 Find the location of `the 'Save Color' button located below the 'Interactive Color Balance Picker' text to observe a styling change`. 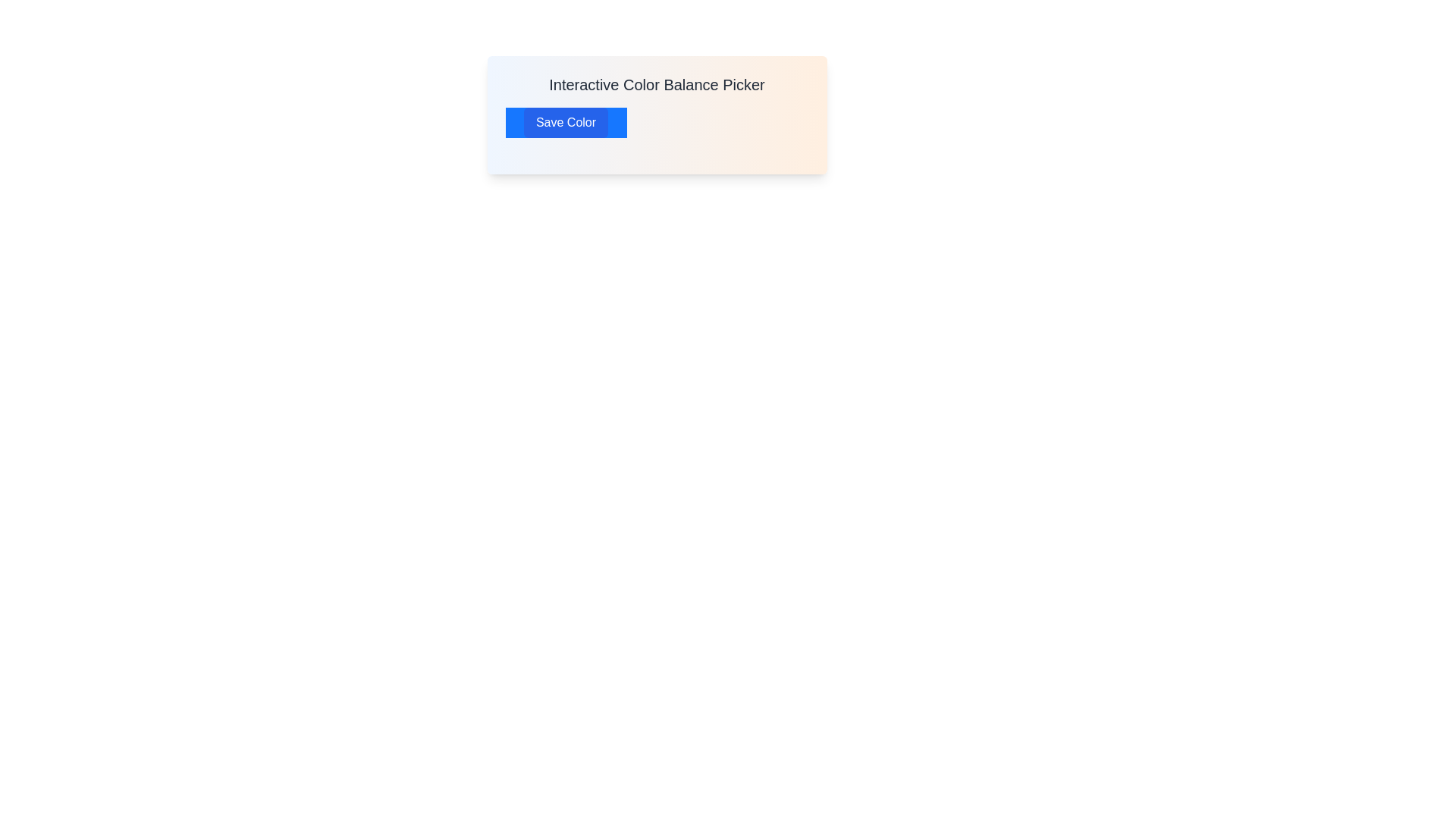

the 'Save Color' button located below the 'Interactive Color Balance Picker' text to observe a styling change is located at coordinates (565, 122).